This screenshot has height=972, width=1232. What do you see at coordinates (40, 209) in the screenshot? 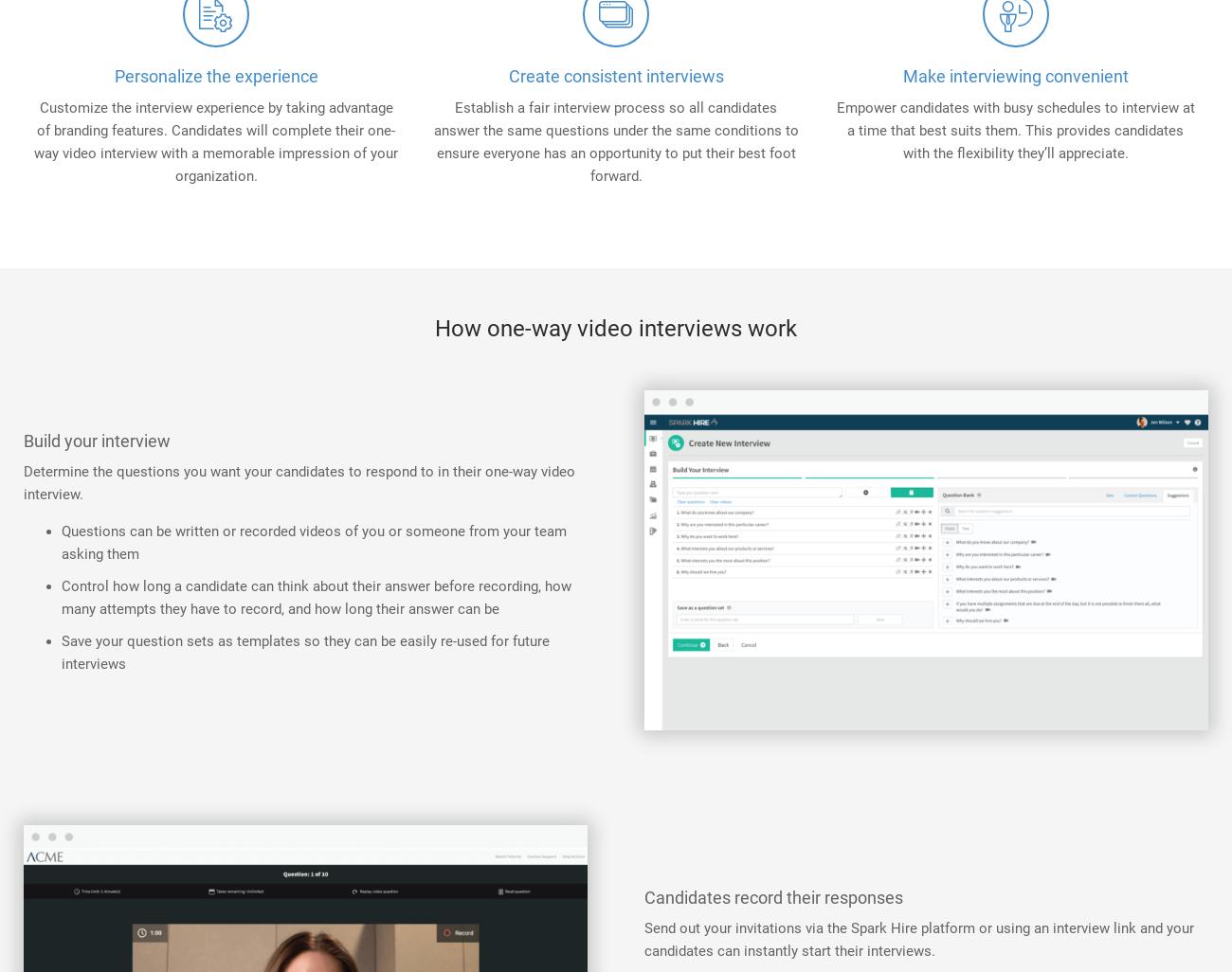
I see `'Press'` at bounding box center [40, 209].